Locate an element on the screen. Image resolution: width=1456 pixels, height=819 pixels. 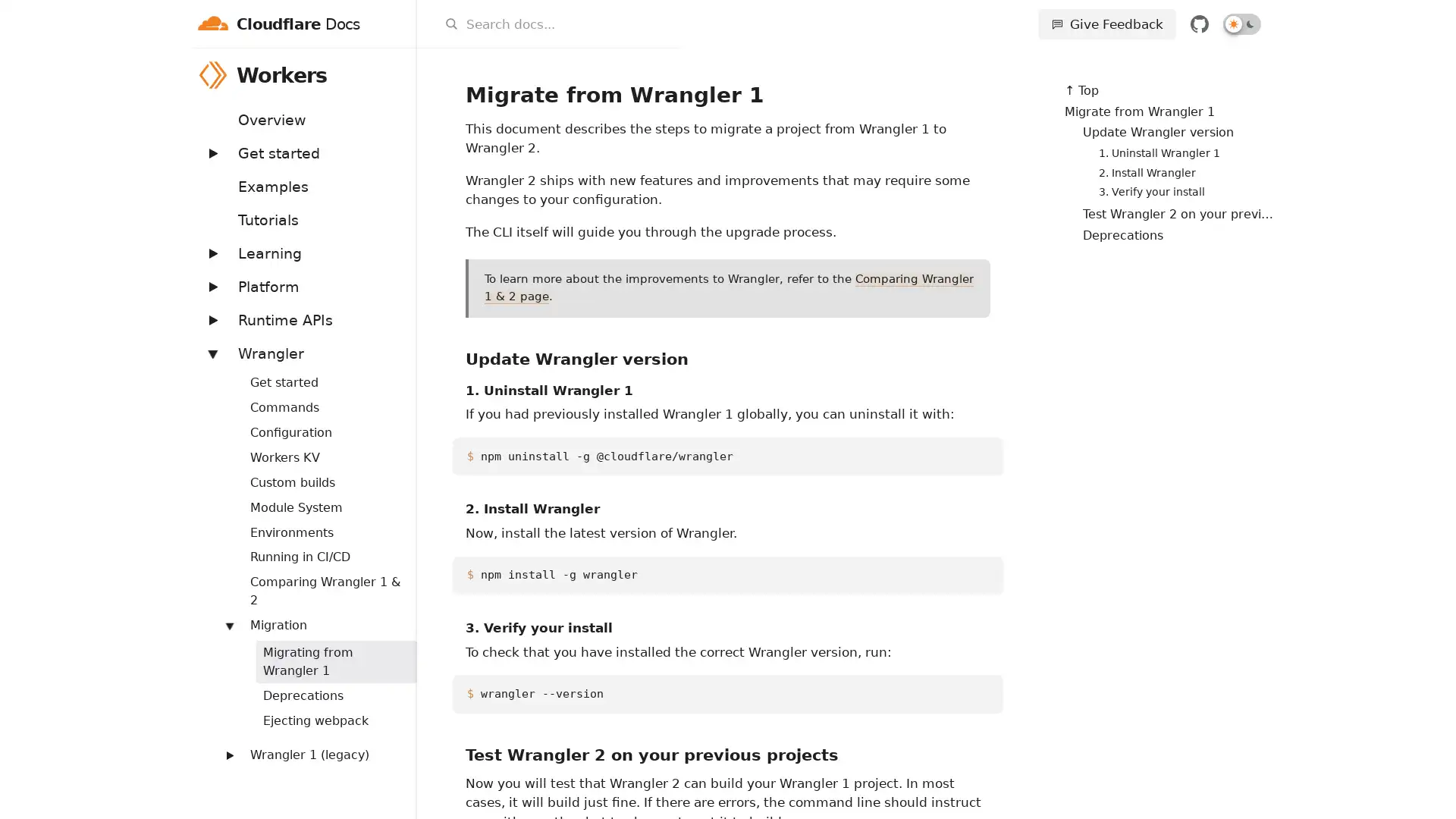
Expand: Wrangler 1 (legacy) is located at coordinates (228, 755).